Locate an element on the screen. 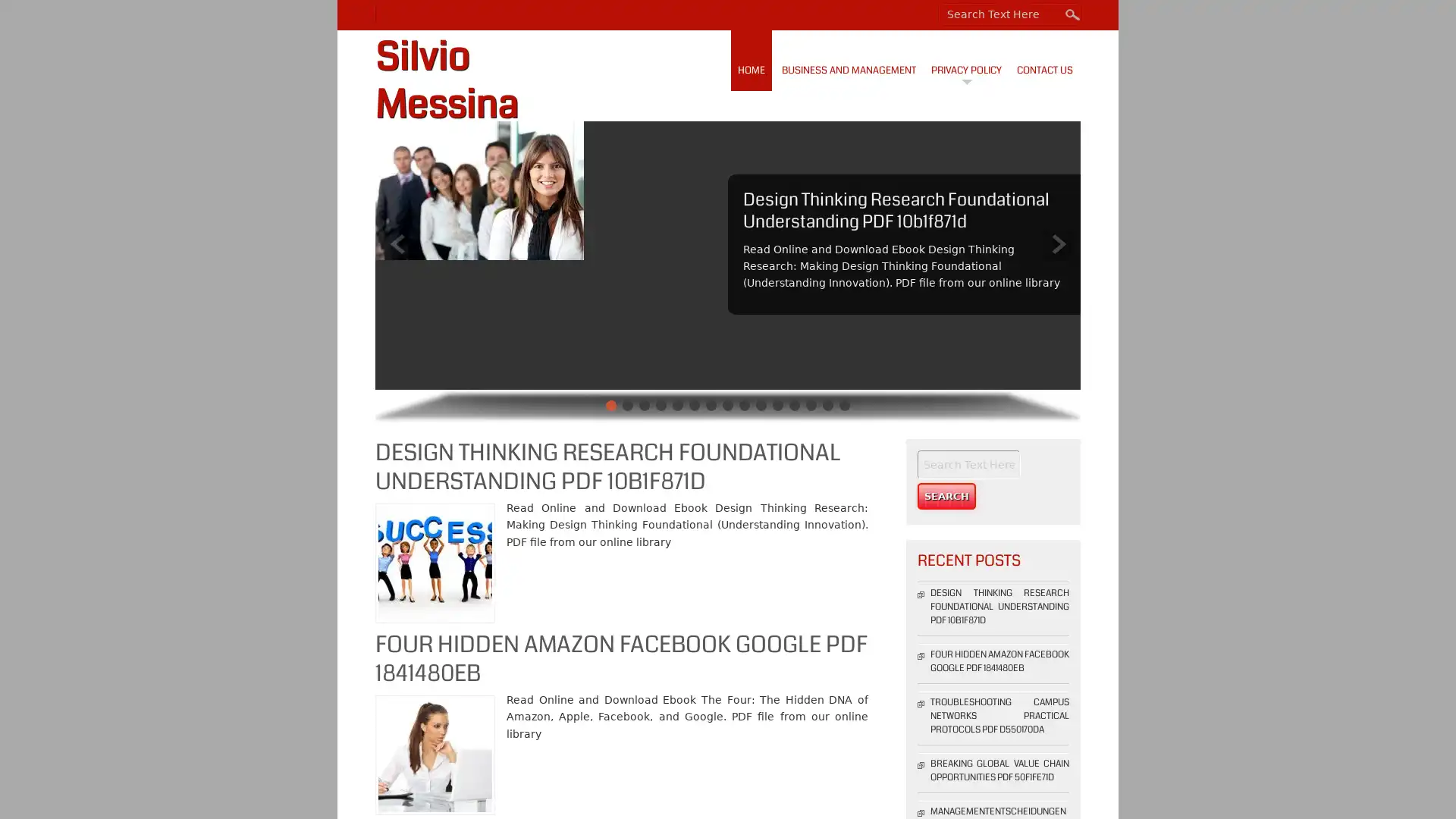 This screenshot has width=1456, height=819. Search is located at coordinates (946, 496).